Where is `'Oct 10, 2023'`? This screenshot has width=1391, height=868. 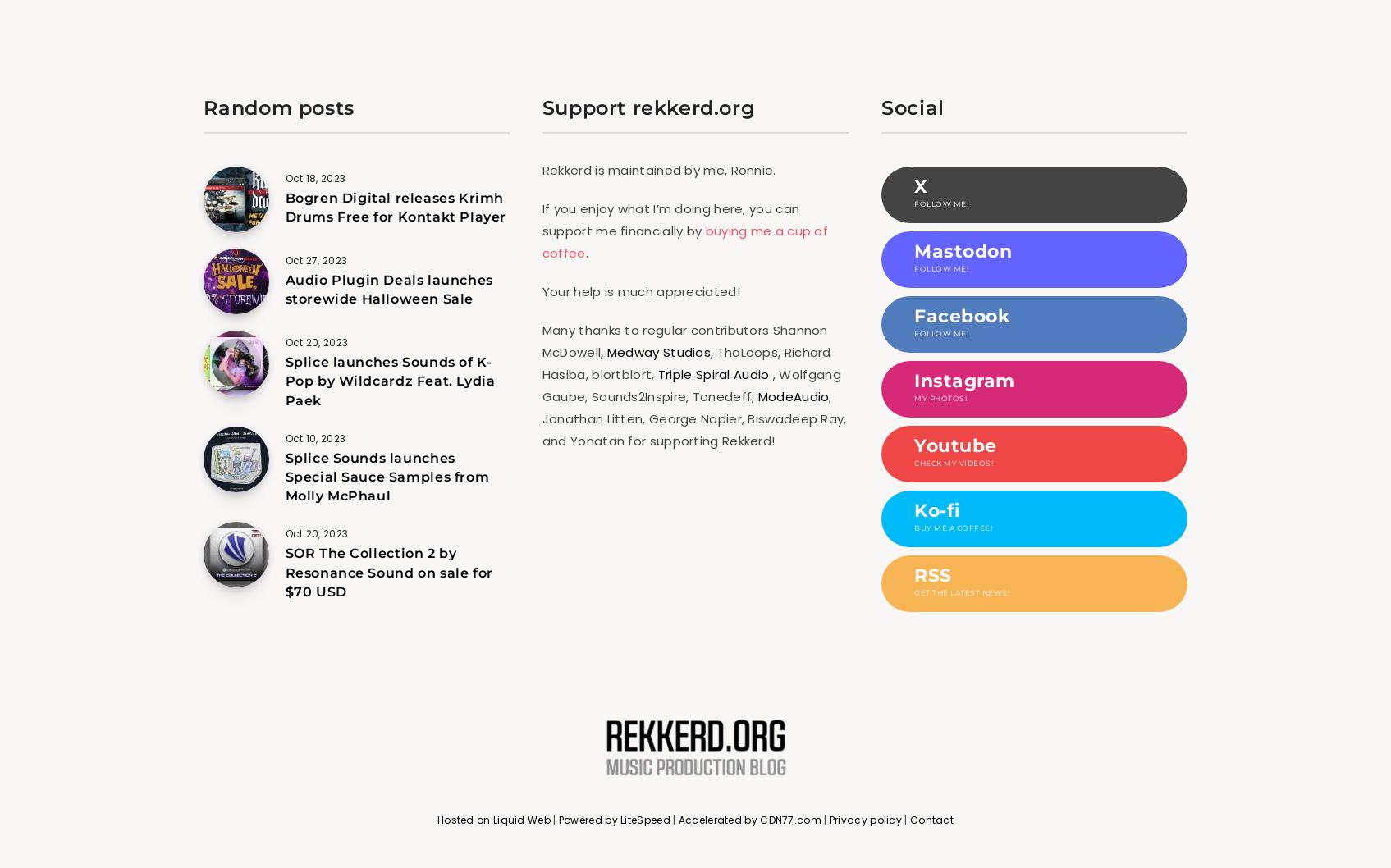 'Oct 10, 2023' is located at coordinates (313, 437).